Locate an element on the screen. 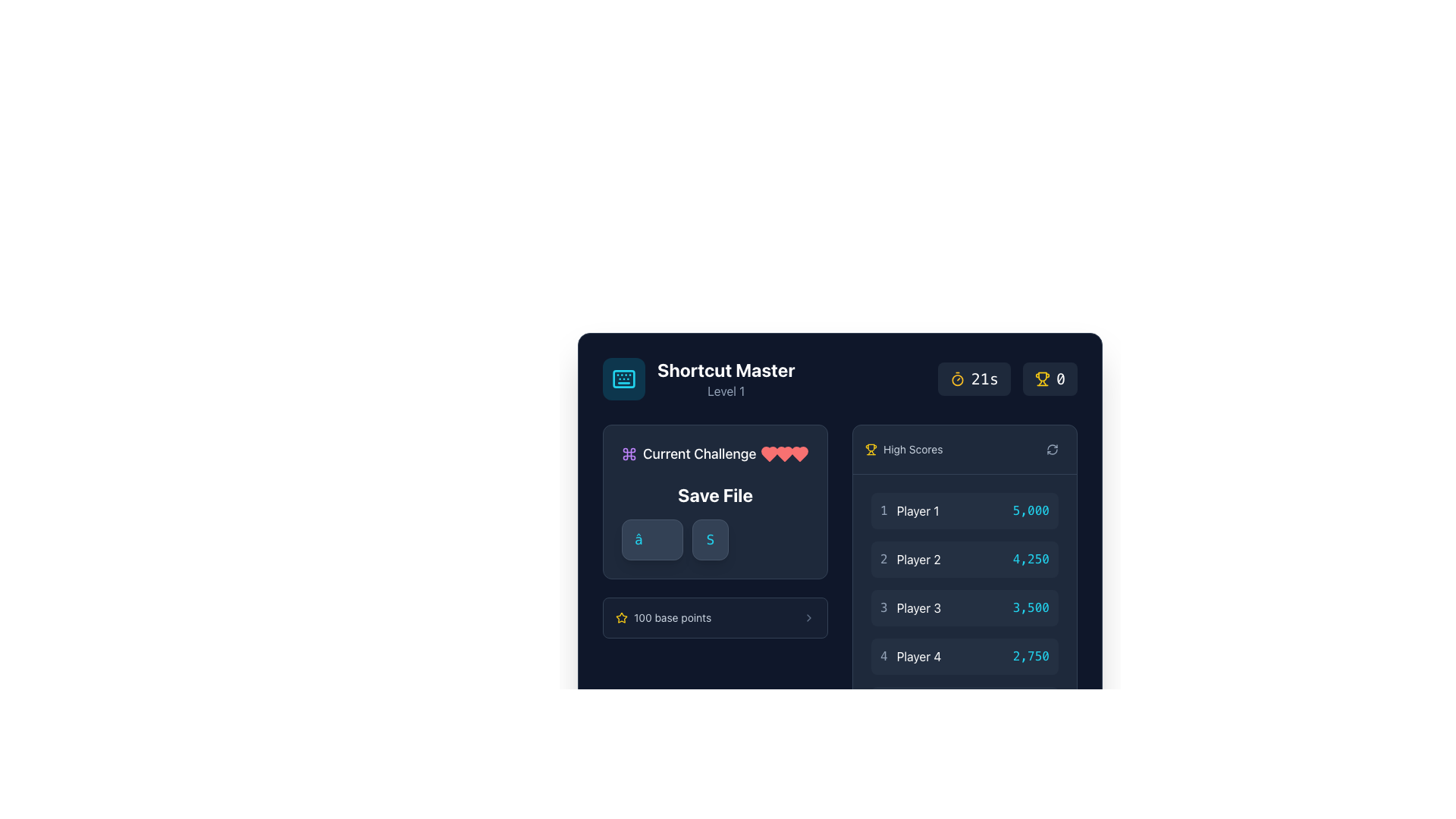 This screenshot has width=1456, height=819. the text label identifying the player with the fourth-highest score in the High Scores section is located at coordinates (918, 656).